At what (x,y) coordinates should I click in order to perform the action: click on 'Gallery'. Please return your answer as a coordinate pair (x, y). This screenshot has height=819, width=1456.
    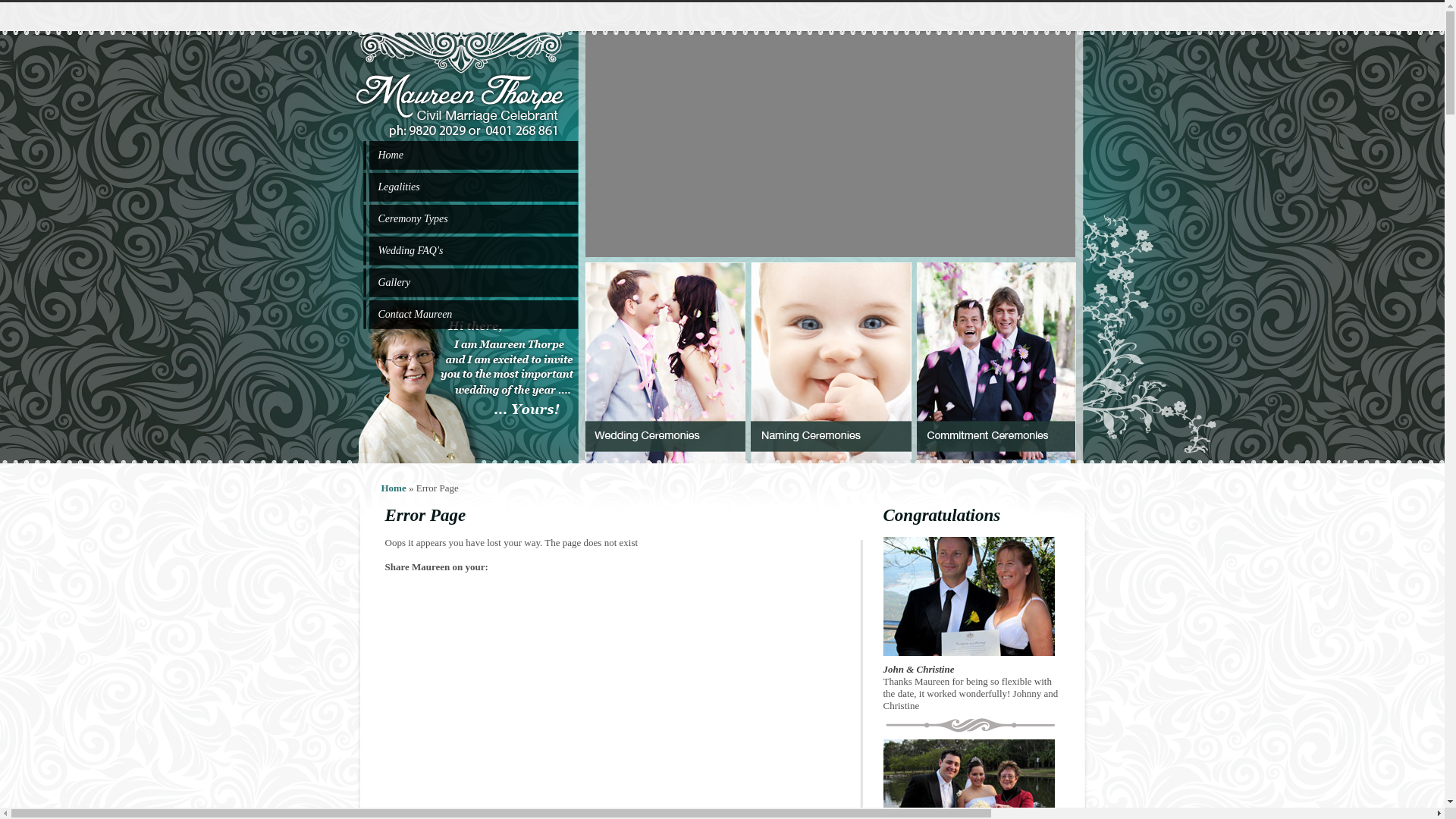
    Looking at the image, I should click on (378, 282).